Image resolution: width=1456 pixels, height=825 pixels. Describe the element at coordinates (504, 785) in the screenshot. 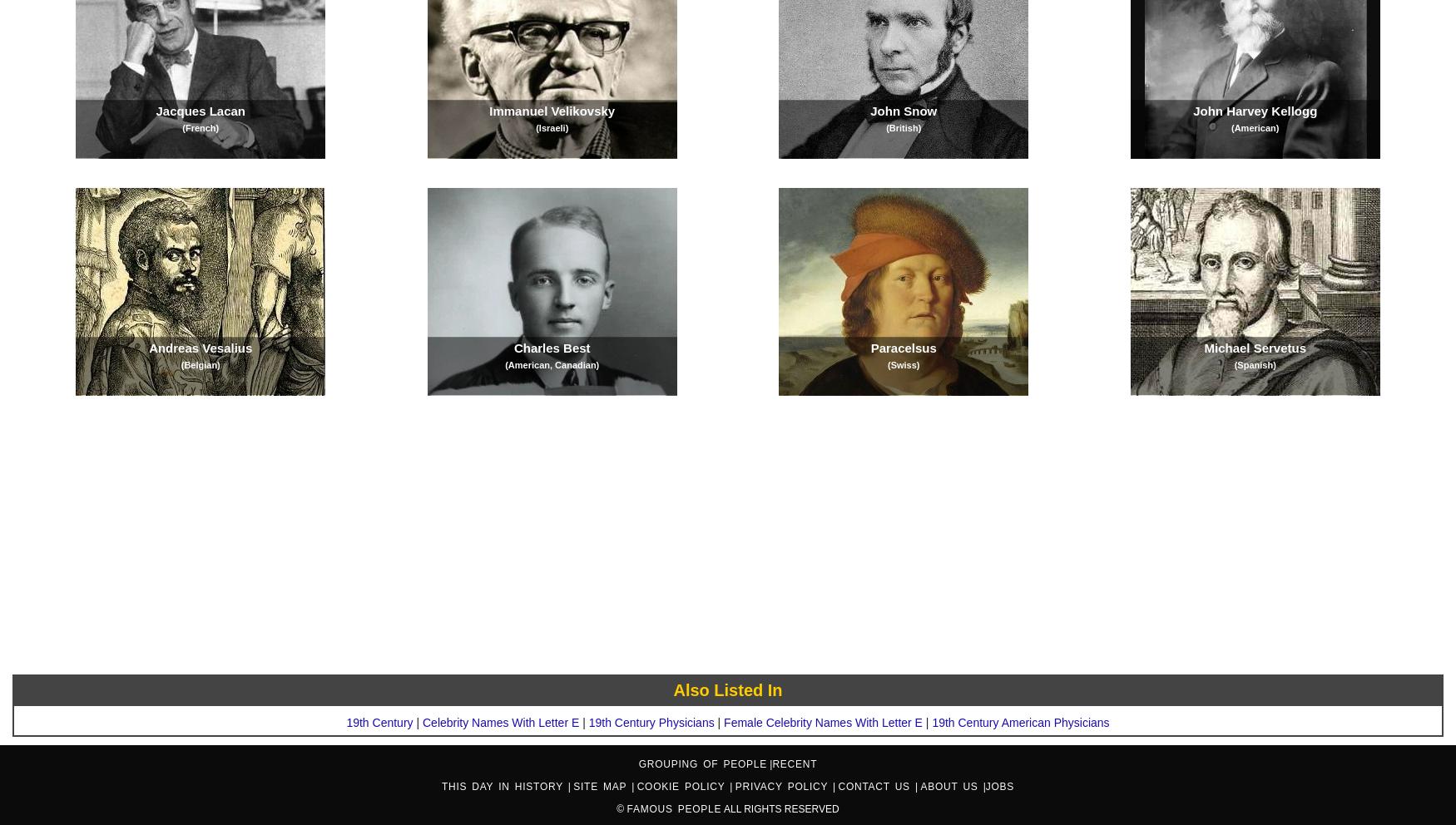

I see `'This Day In History'` at that location.